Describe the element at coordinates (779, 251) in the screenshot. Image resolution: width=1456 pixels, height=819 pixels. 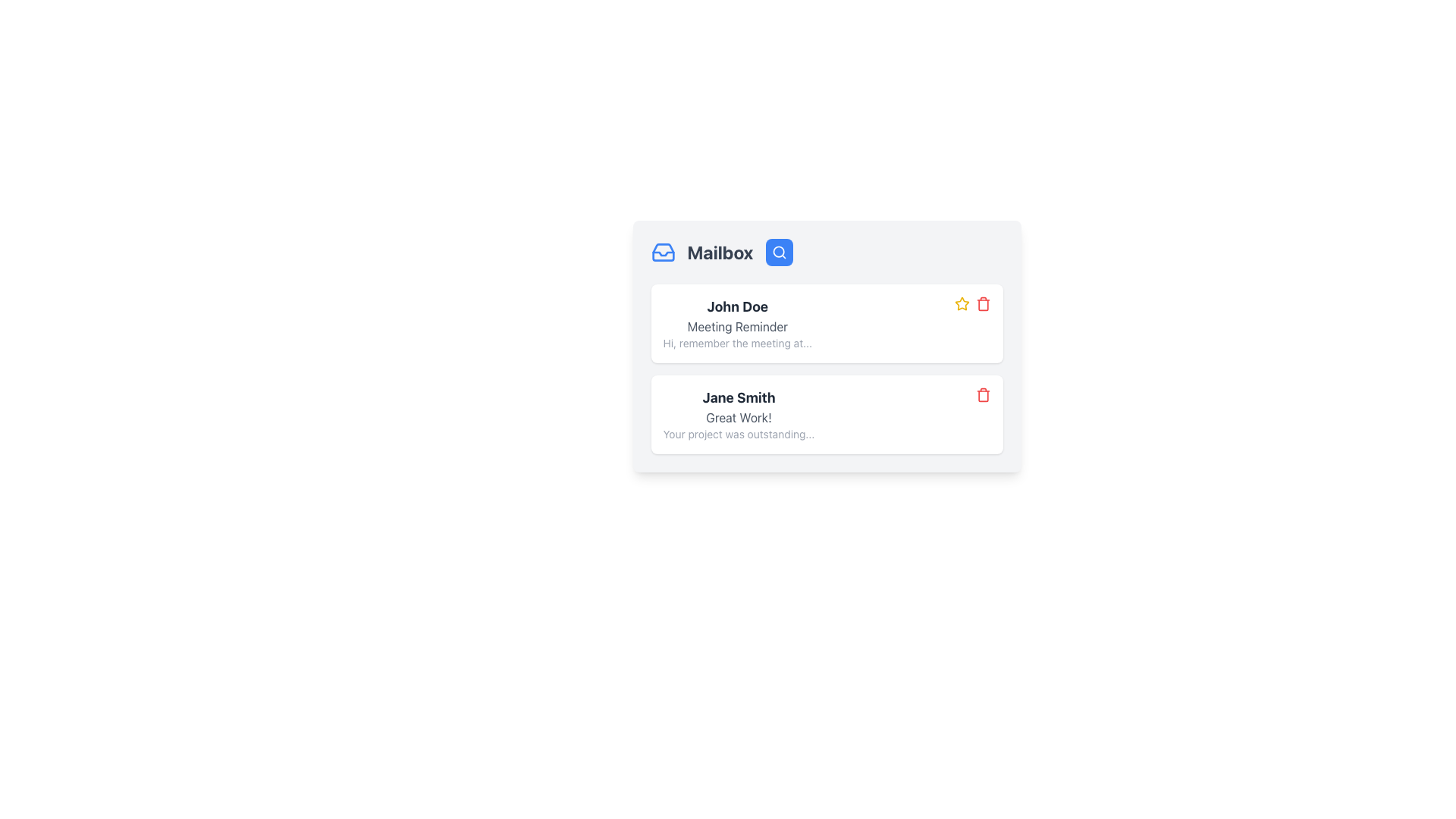
I see `the small blue button styled as a magnifying glass icon, representing the search feature, located to the right of the 'Mailbox' text in the header` at that location.